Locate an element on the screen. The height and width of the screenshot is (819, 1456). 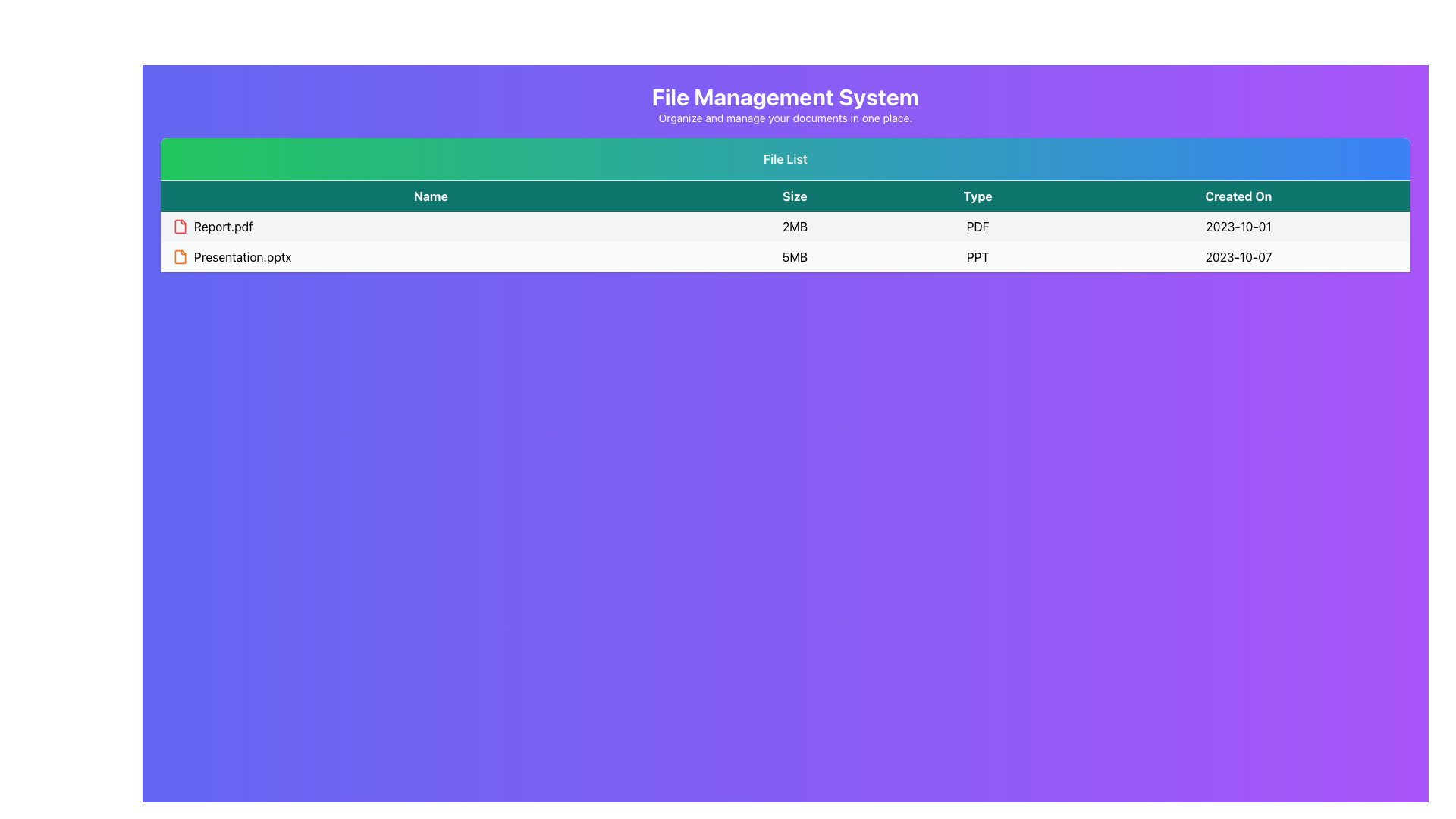
the orange file icon representing 'Presentation.pptx', located is located at coordinates (182, 256).